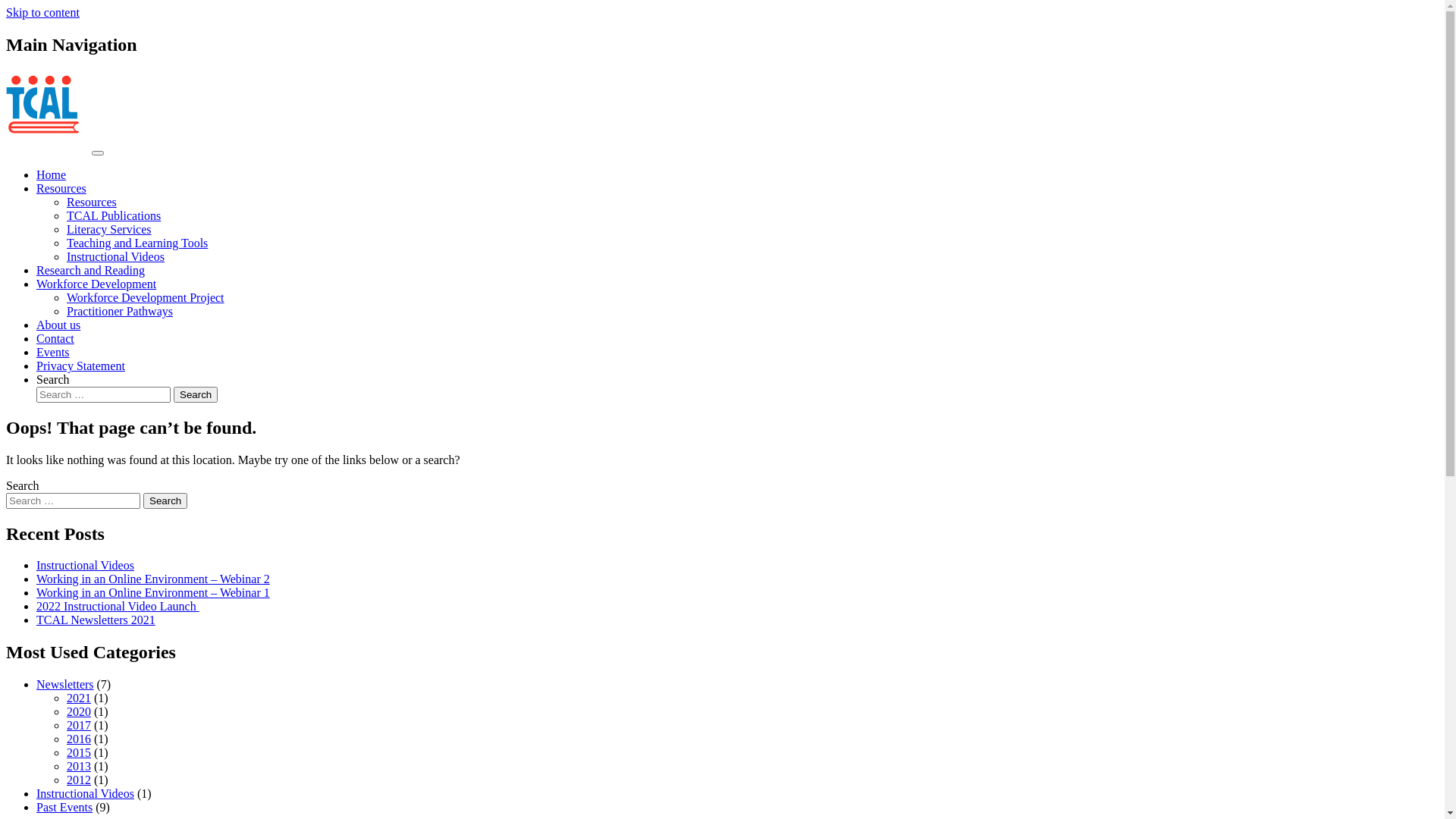 Image resolution: width=1456 pixels, height=819 pixels. What do you see at coordinates (78, 752) in the screenshot?
I see `'2015'` at bounding box center [78, 752].